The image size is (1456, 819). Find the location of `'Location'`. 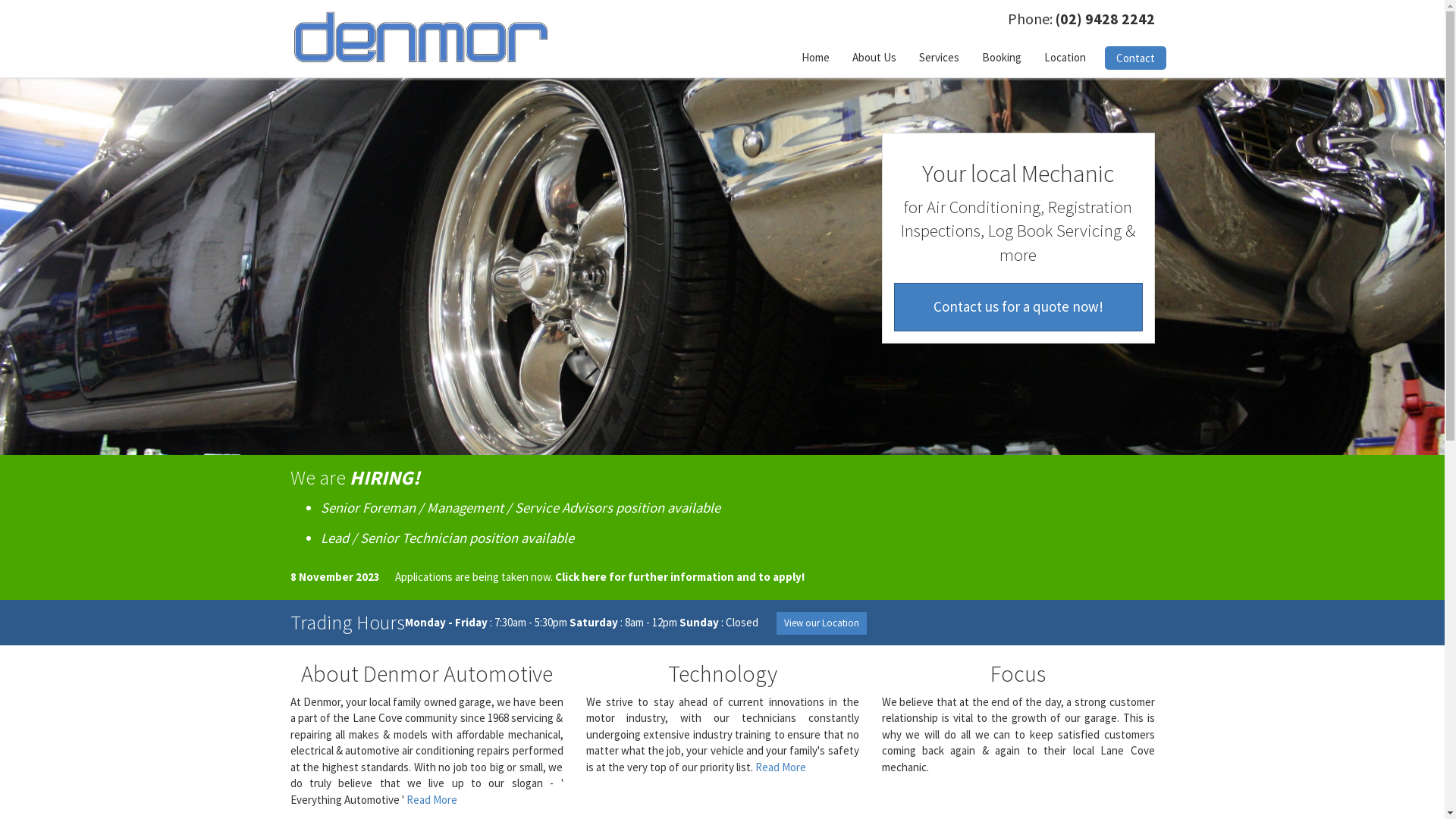

'Location' is located at coordinates (1064, 57).